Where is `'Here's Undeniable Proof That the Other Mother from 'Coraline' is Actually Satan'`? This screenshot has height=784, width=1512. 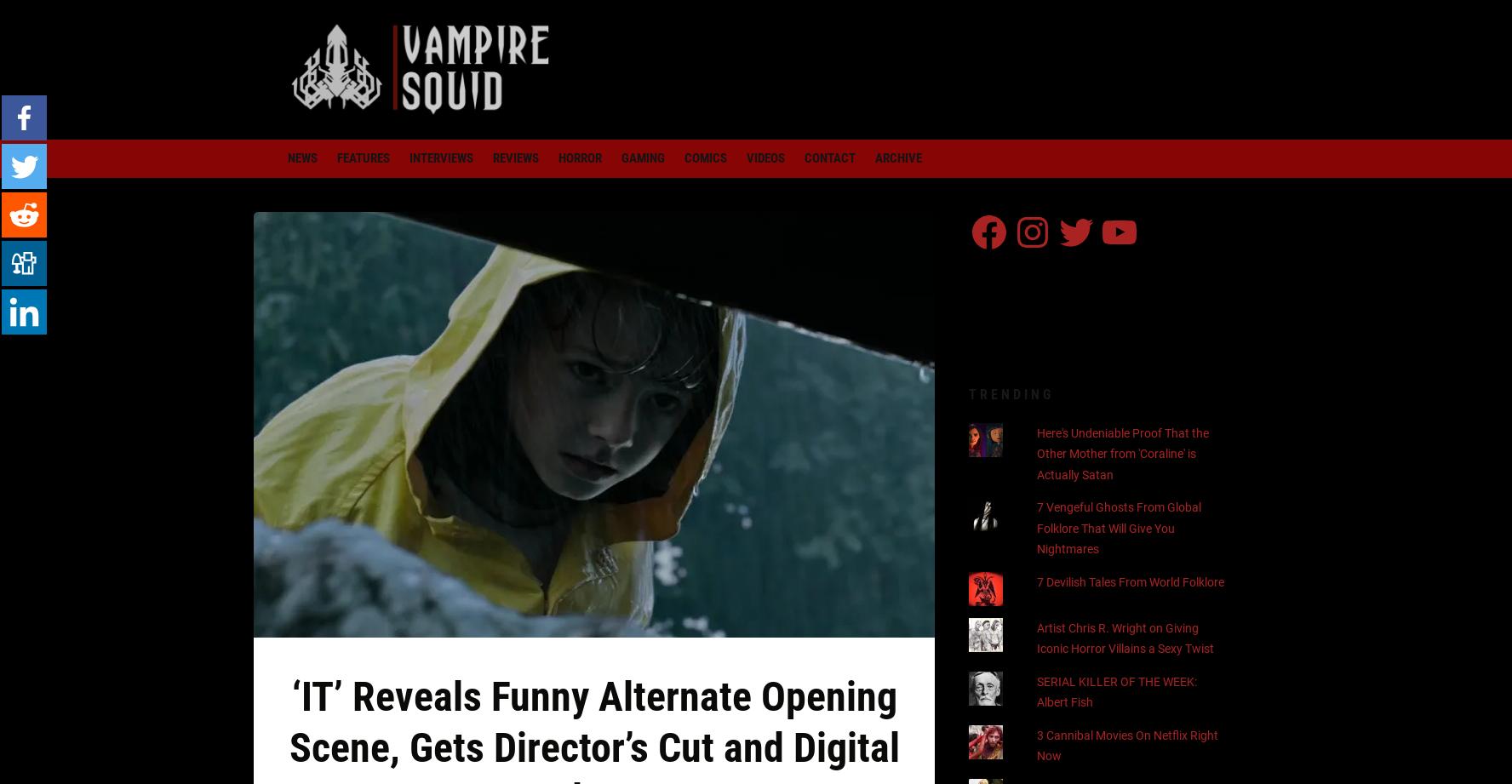
'Here's Undeniable Proof That the Other Mother from 'Coraline' is Actually Satan' is located at coordinates (1121, 452).